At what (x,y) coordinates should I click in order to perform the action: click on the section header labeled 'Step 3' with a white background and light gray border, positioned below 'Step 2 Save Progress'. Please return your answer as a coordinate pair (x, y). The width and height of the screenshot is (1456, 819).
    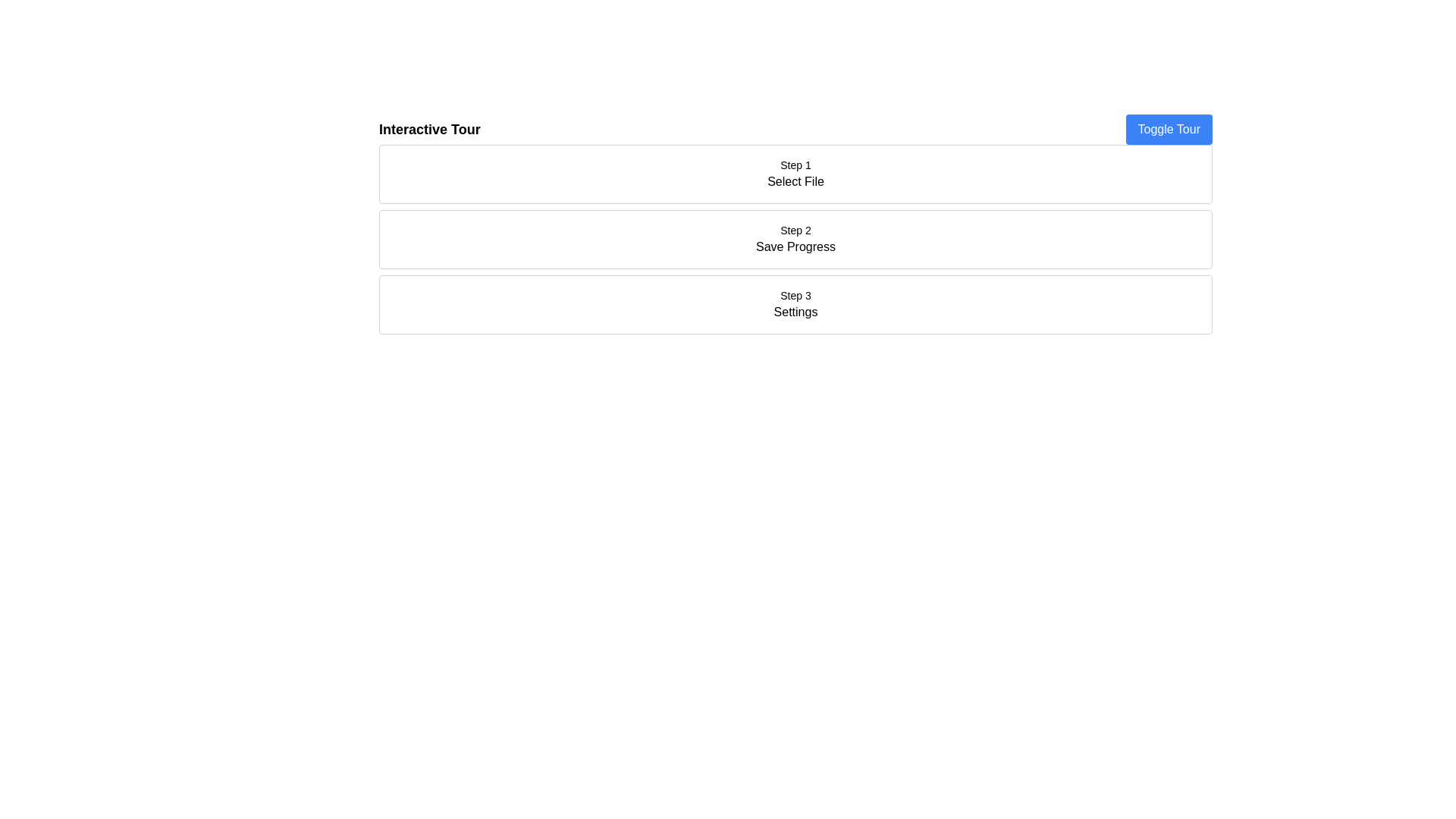
    Looking at the image, I should click on (795, 304).